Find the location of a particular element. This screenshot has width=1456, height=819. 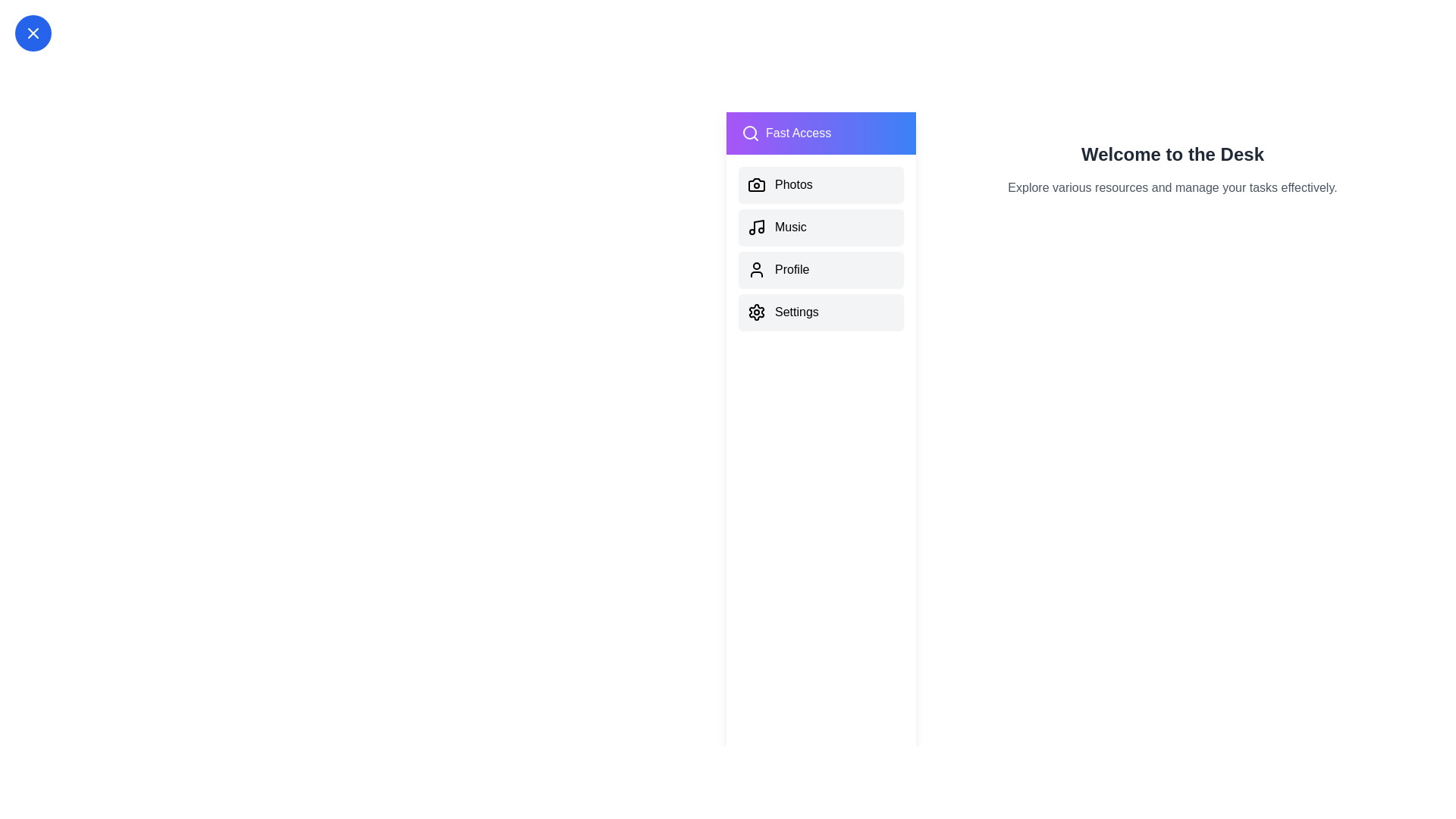

the drawer item labeled Photos is located at coordinates (821, 184).